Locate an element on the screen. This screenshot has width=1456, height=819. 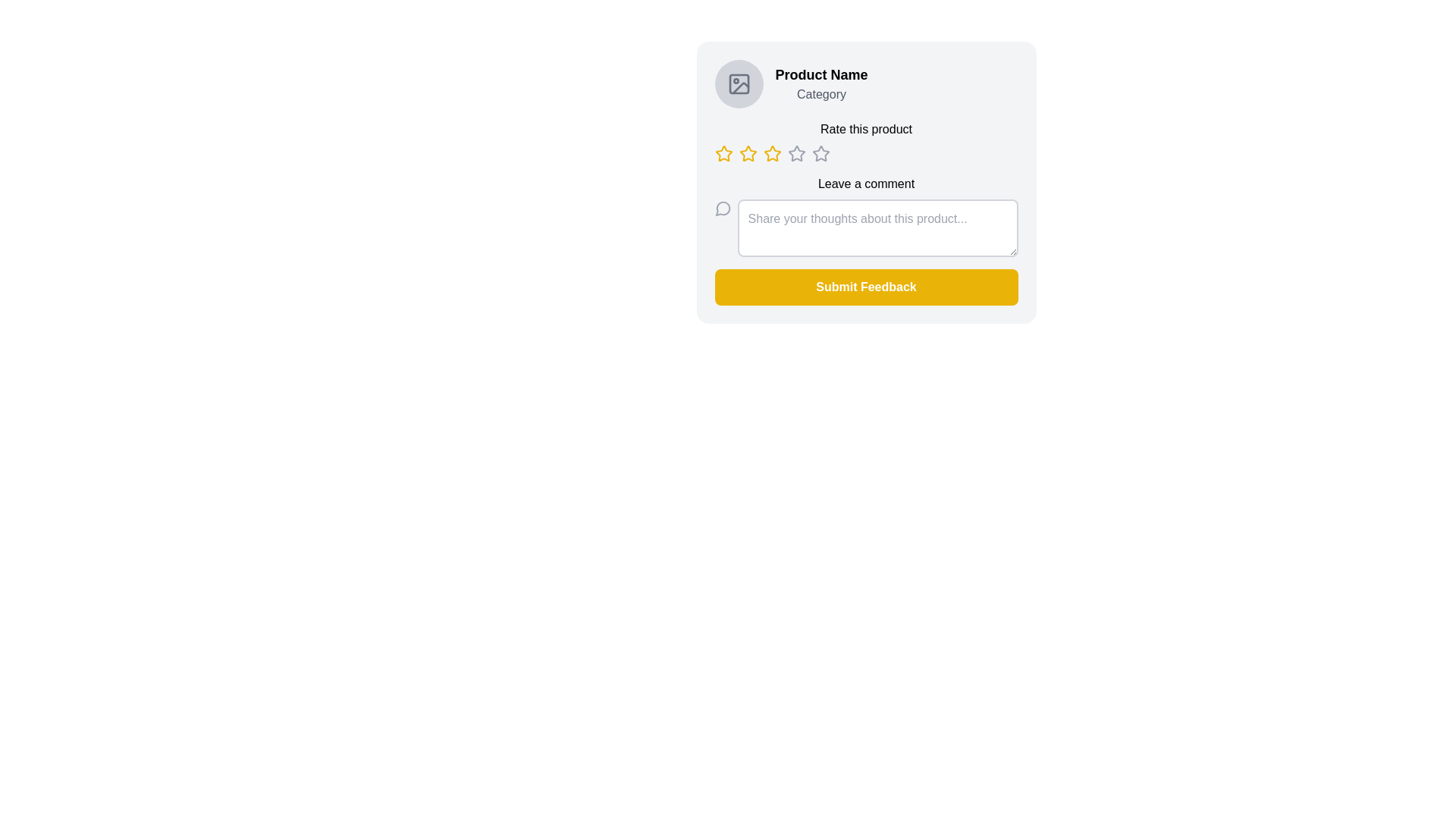
the 'Product Name' text is located at coordinates (866, 84).